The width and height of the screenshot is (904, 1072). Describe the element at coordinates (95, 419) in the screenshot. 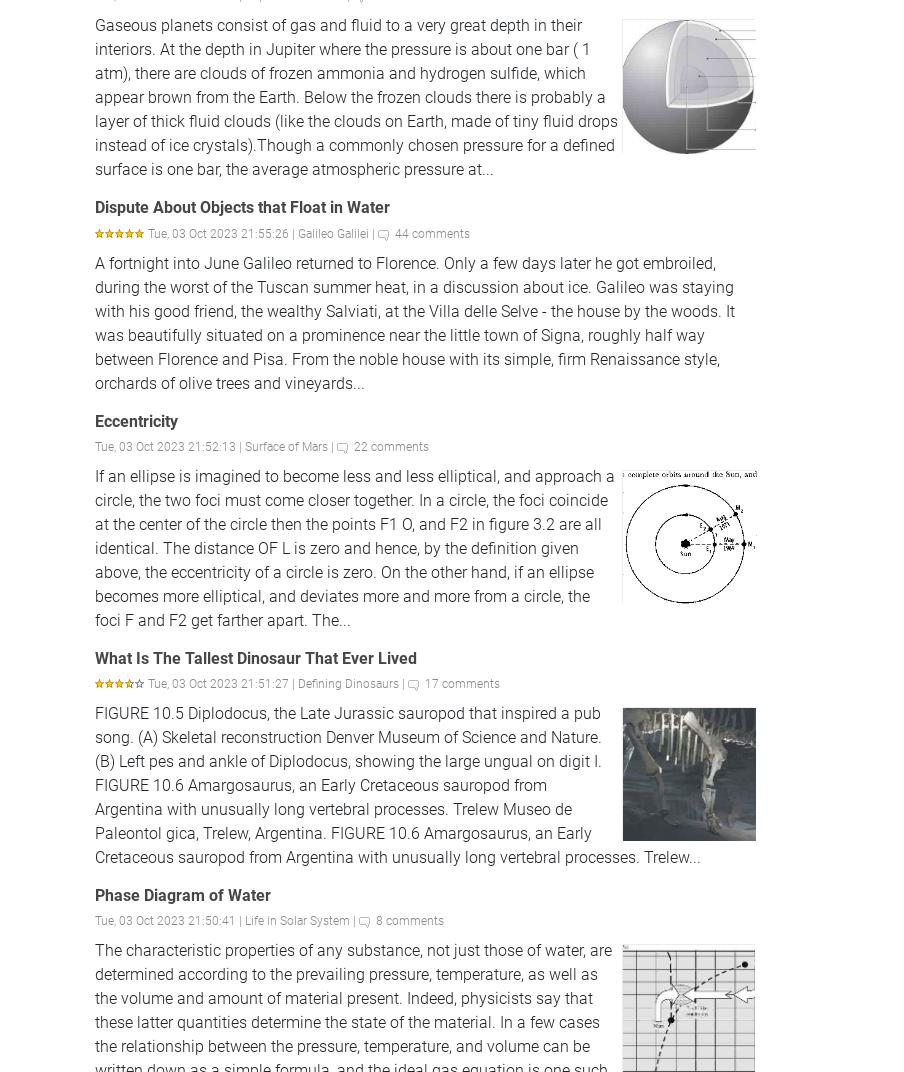

I see `'Eccentricity'` at that location.